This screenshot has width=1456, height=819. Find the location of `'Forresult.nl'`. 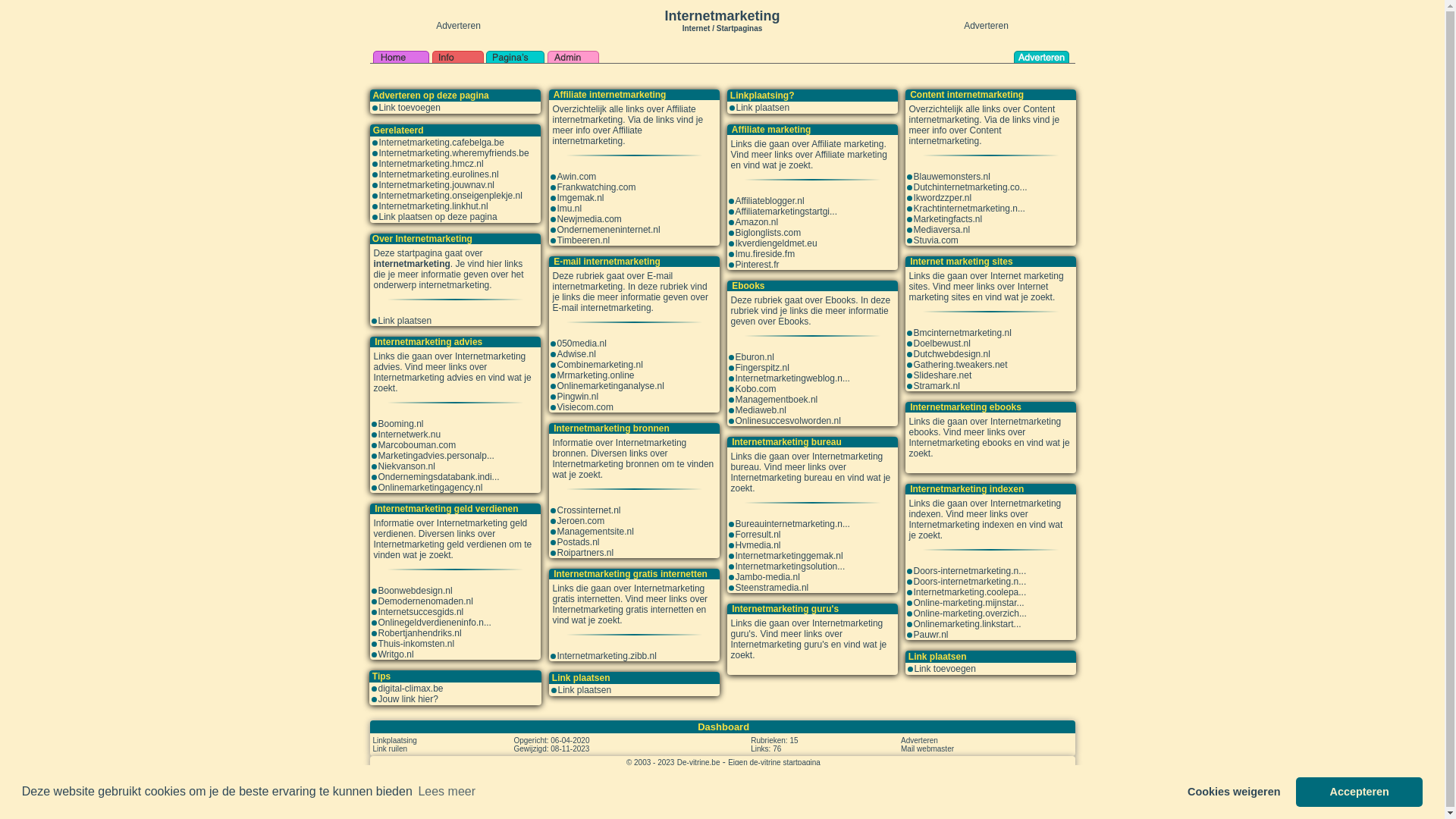

'Forresult.nl' is located at coordinates (758, 534).